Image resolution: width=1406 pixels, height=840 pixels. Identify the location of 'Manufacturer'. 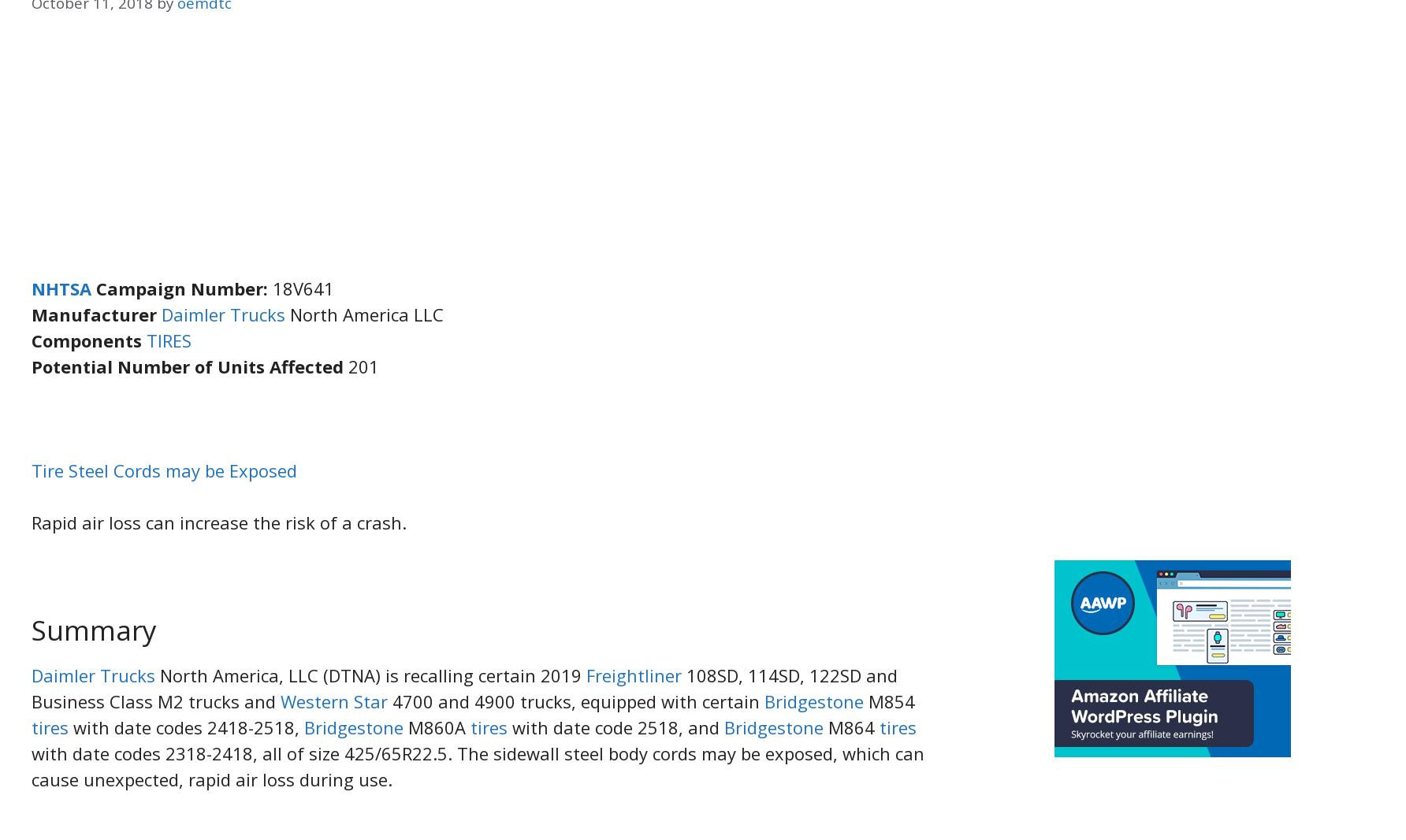
(95, 314).